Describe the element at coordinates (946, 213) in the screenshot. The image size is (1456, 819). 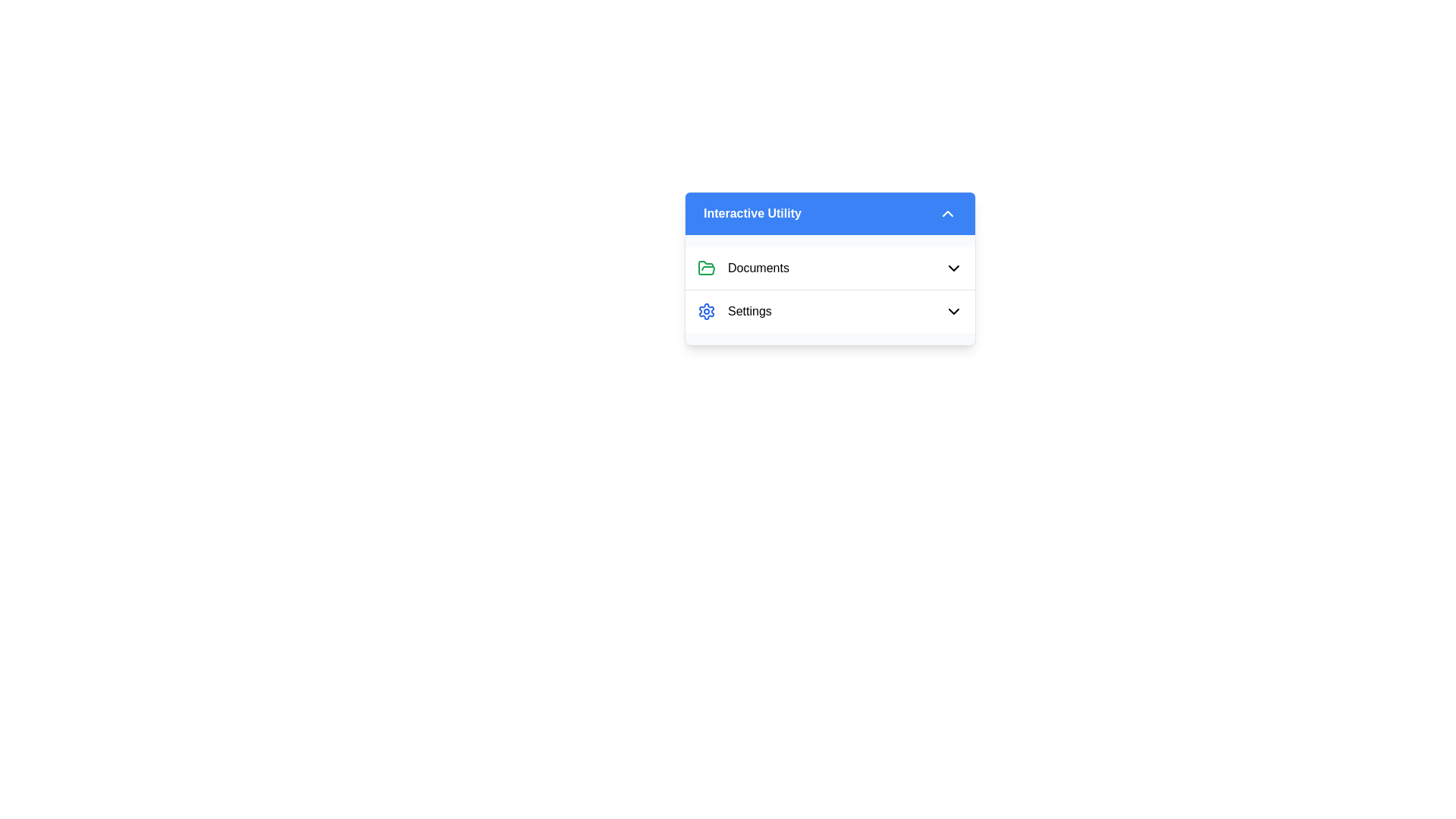
I see `the upward-pointing chevron arrow icon located in the blue header section labeled 'Interactive Utility'` at that location.